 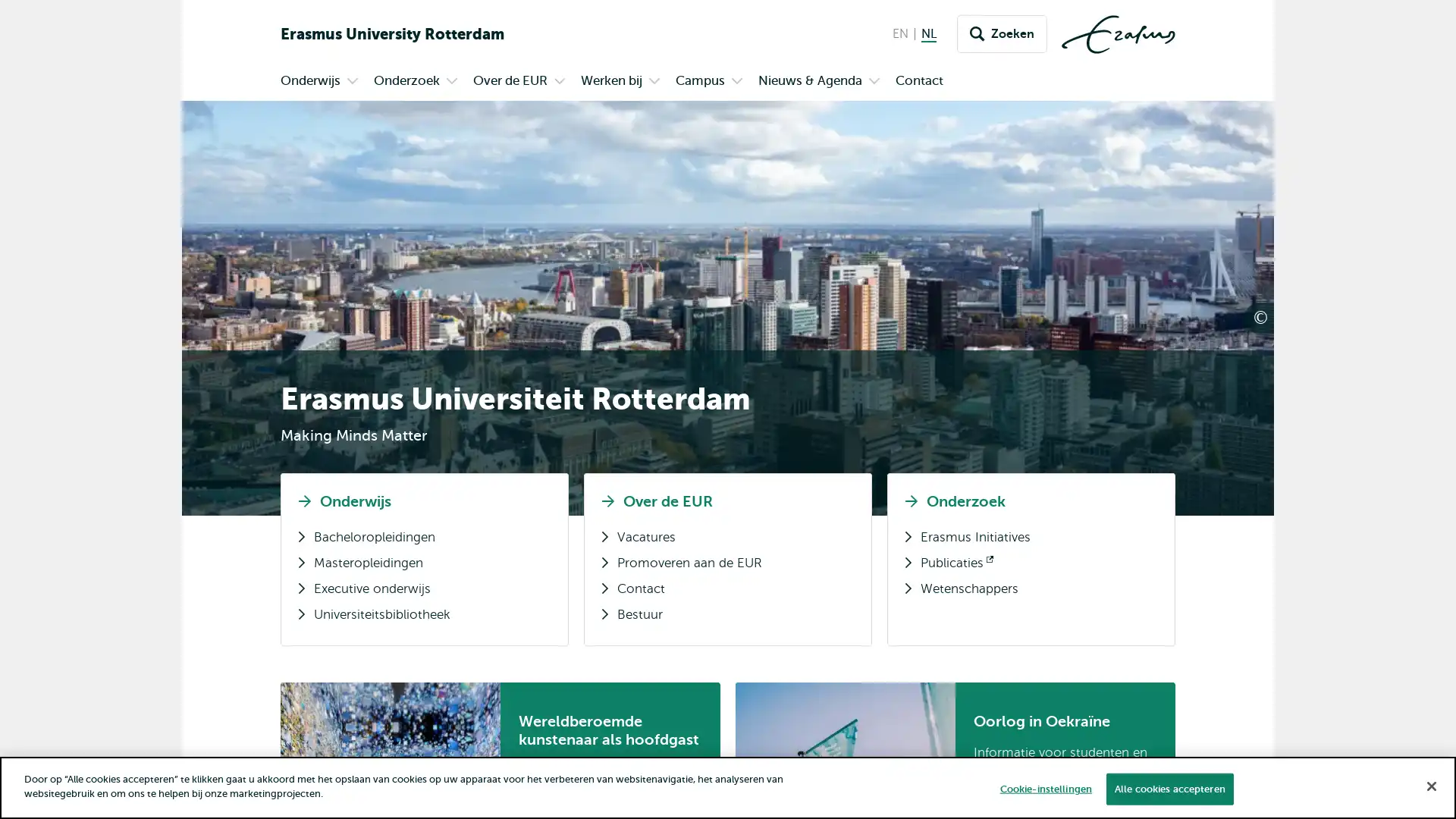 What do you see at coordinates (654, 82) in the screenshot?
I see `Open submenu` at bounding box center [654, 82].